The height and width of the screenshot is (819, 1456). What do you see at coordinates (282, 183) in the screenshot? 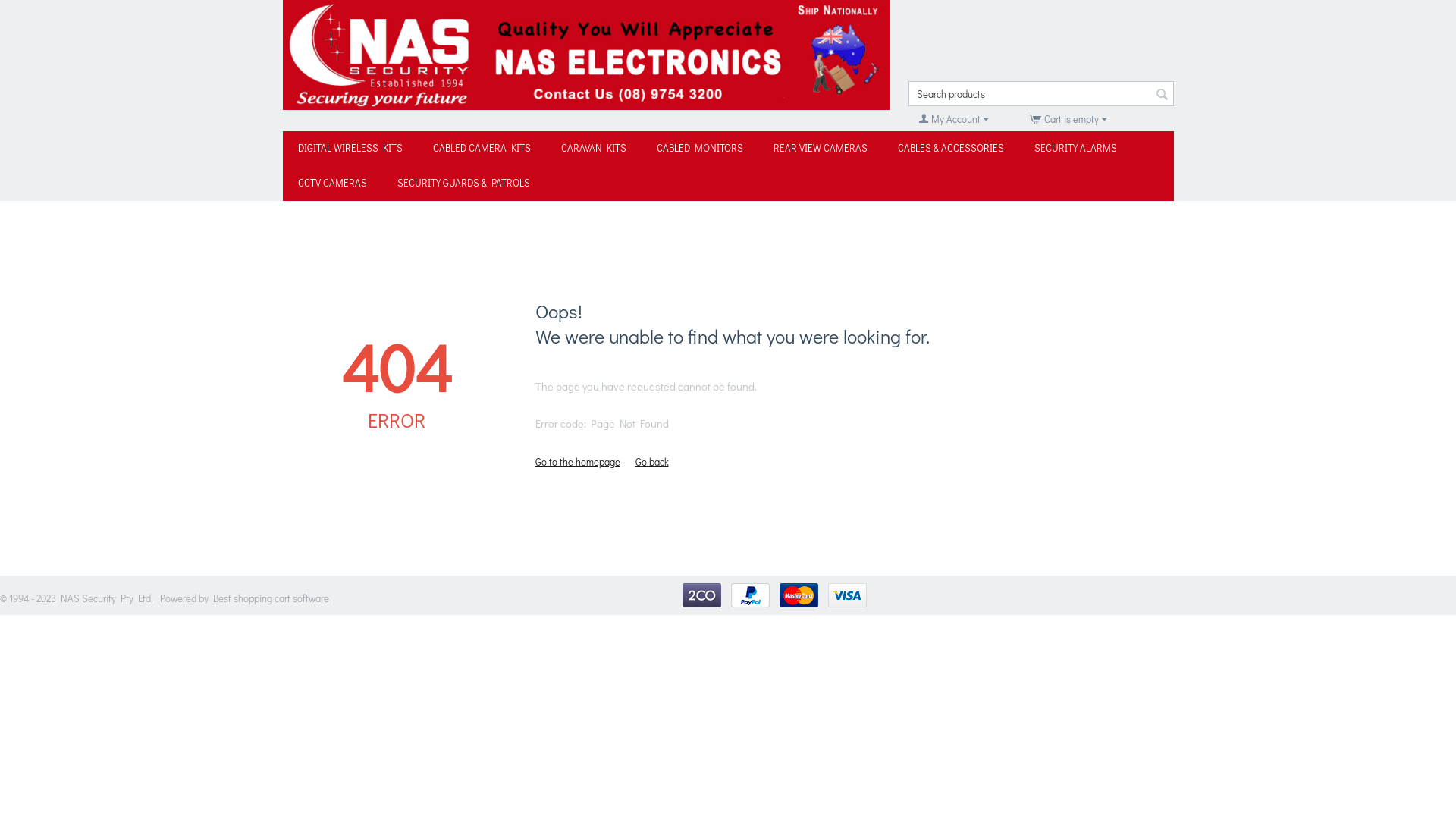
I see `'CCTV CAMERAS'` at bounding box center [282, 183].